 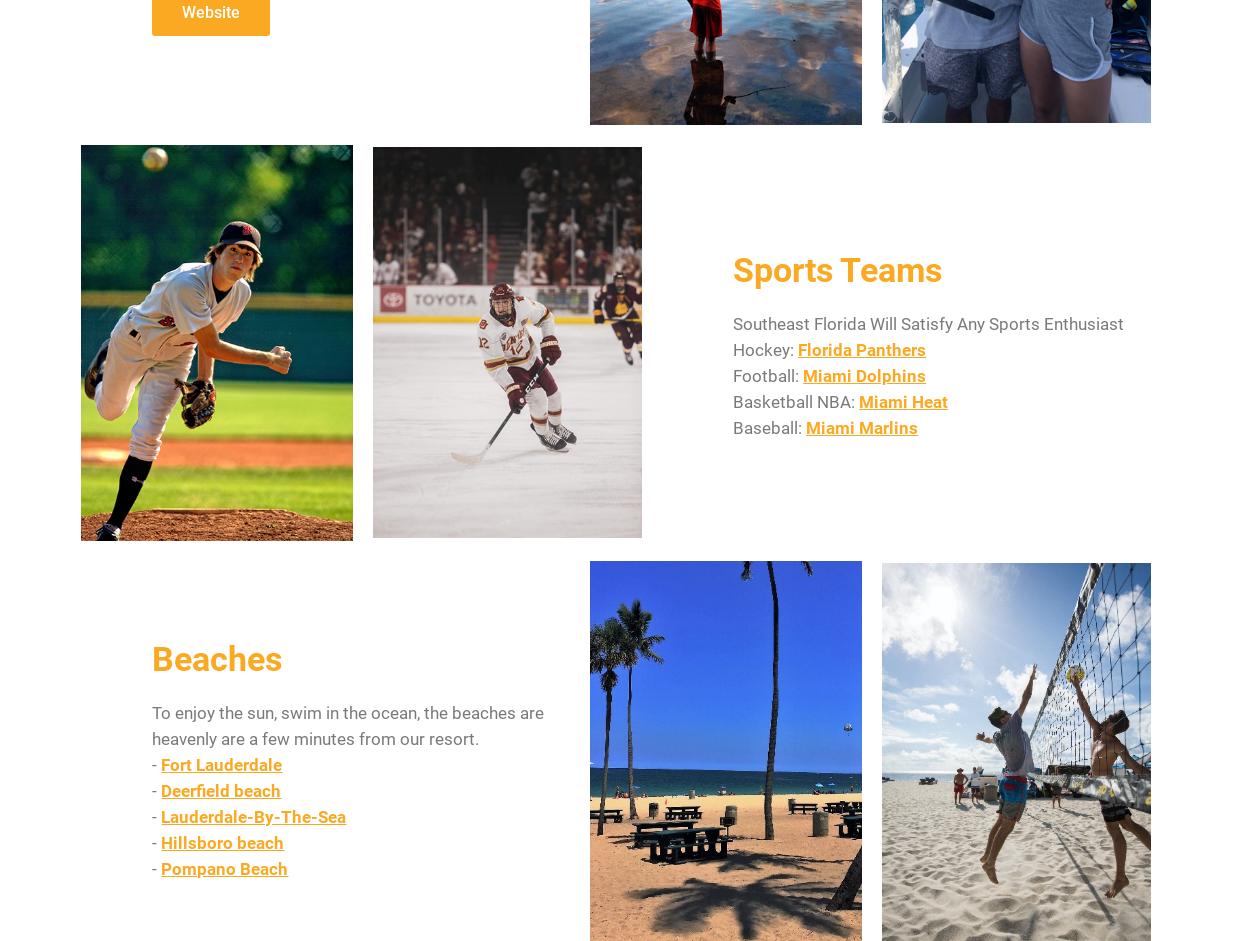 What do you see at coordinates (732, 374) in the screenshot?
I see `'Football:'` at bounding box center [732, 374].